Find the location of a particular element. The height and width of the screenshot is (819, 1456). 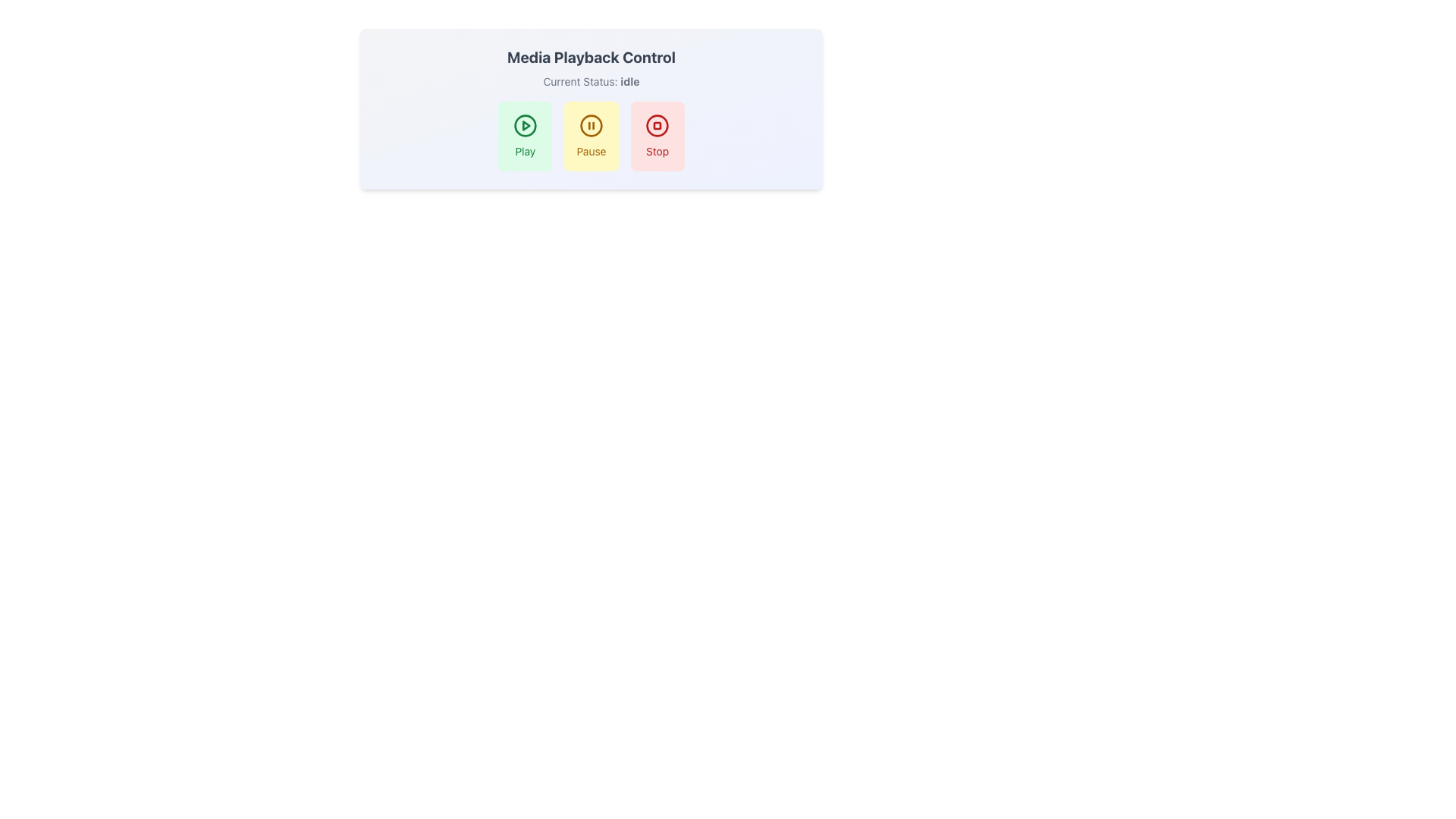

the text label displaying the word 'Play' in a green-colored font, which is styled in a smaller font size and located within a green button to the left of the 'Pause' and 'Stop' buttons is located at coordinates (525, 152).